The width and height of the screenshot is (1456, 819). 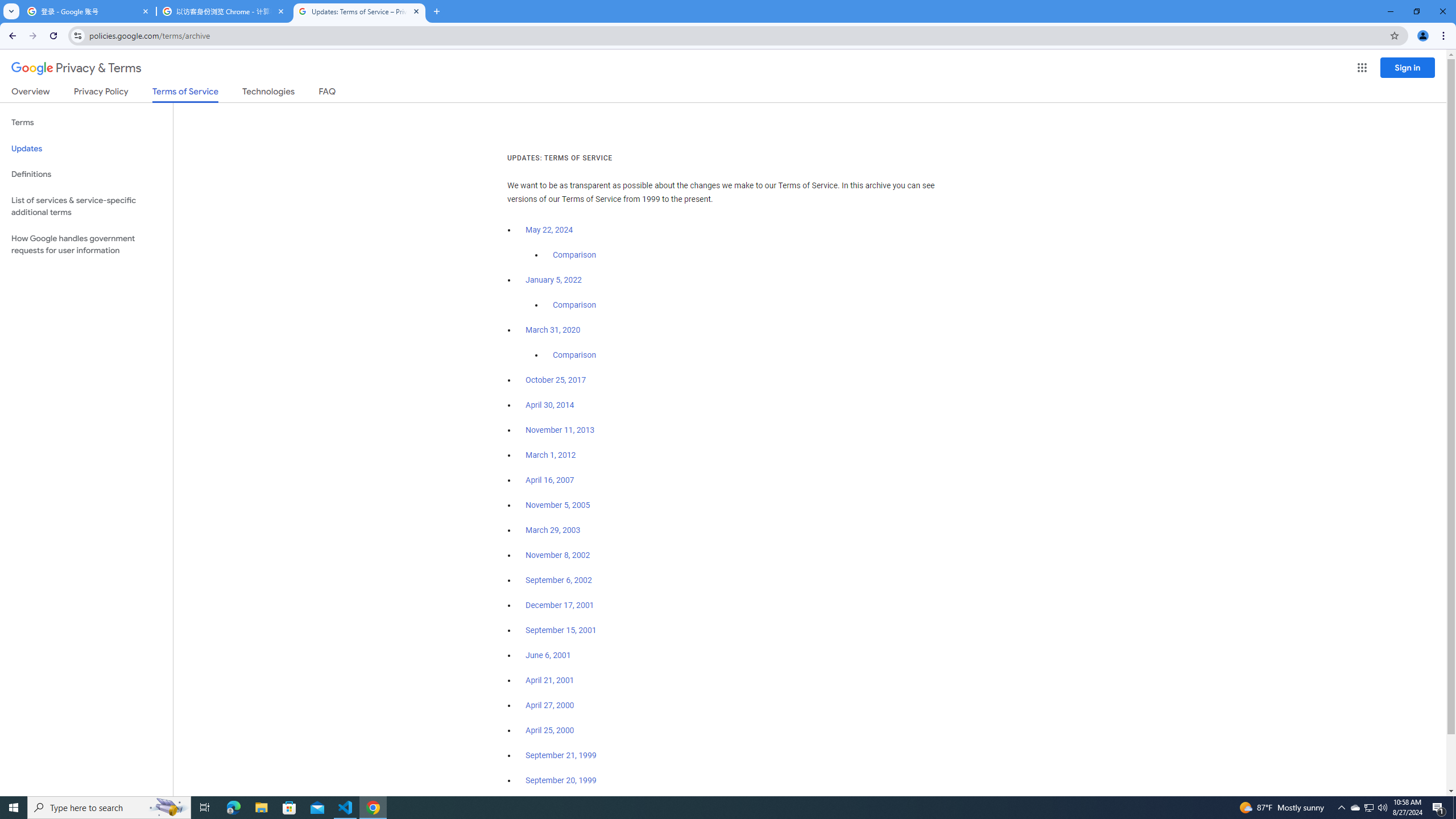 What do you see at coordinates (552, 330) in the screenshot?
I see `'March 31, 2020'` at bounding box center [552, 330].